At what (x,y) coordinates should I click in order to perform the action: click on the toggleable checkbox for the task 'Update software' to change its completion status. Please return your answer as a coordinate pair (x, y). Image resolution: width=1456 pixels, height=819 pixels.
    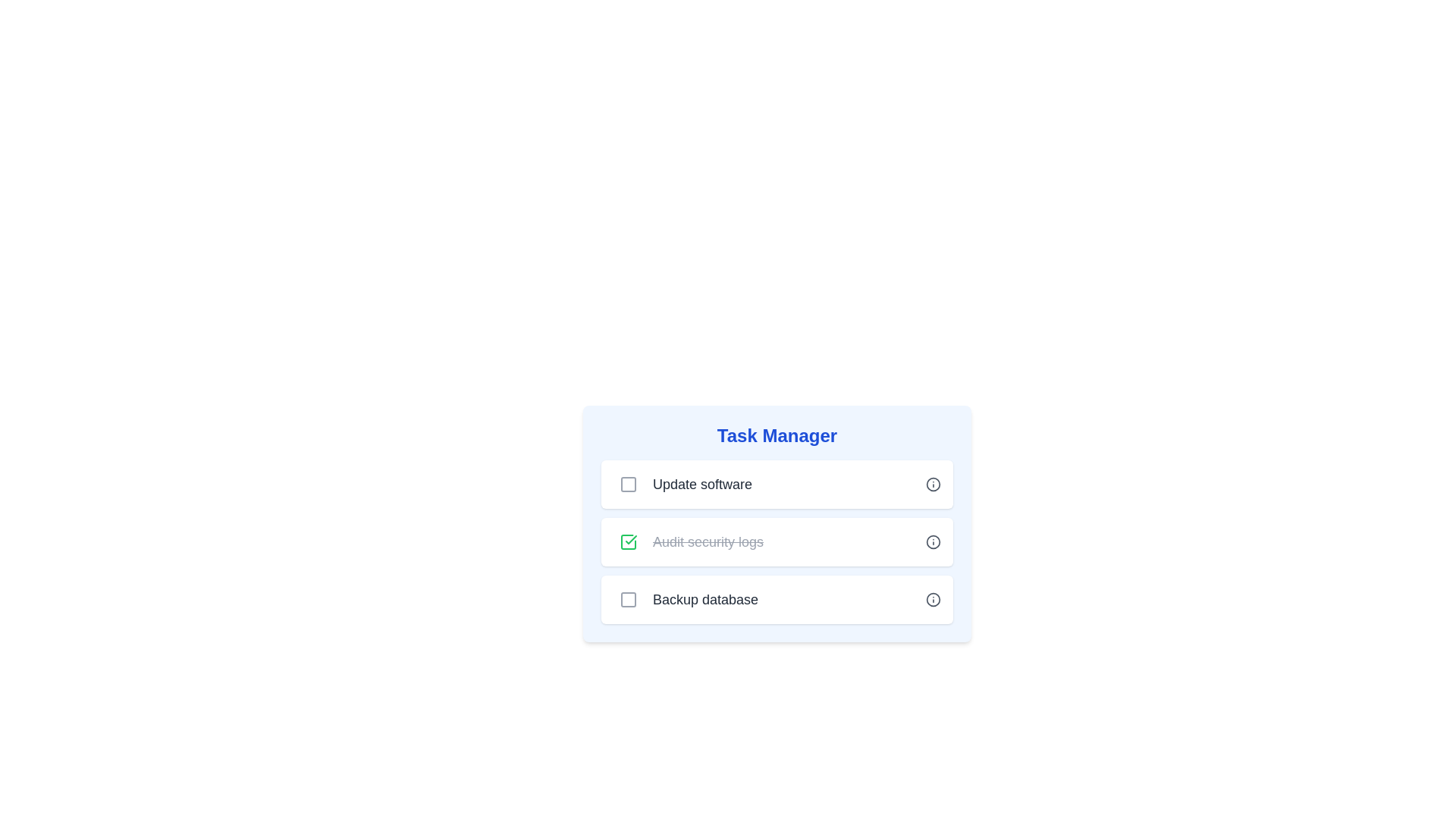
    Looking at the image, I should click on (629, 485).